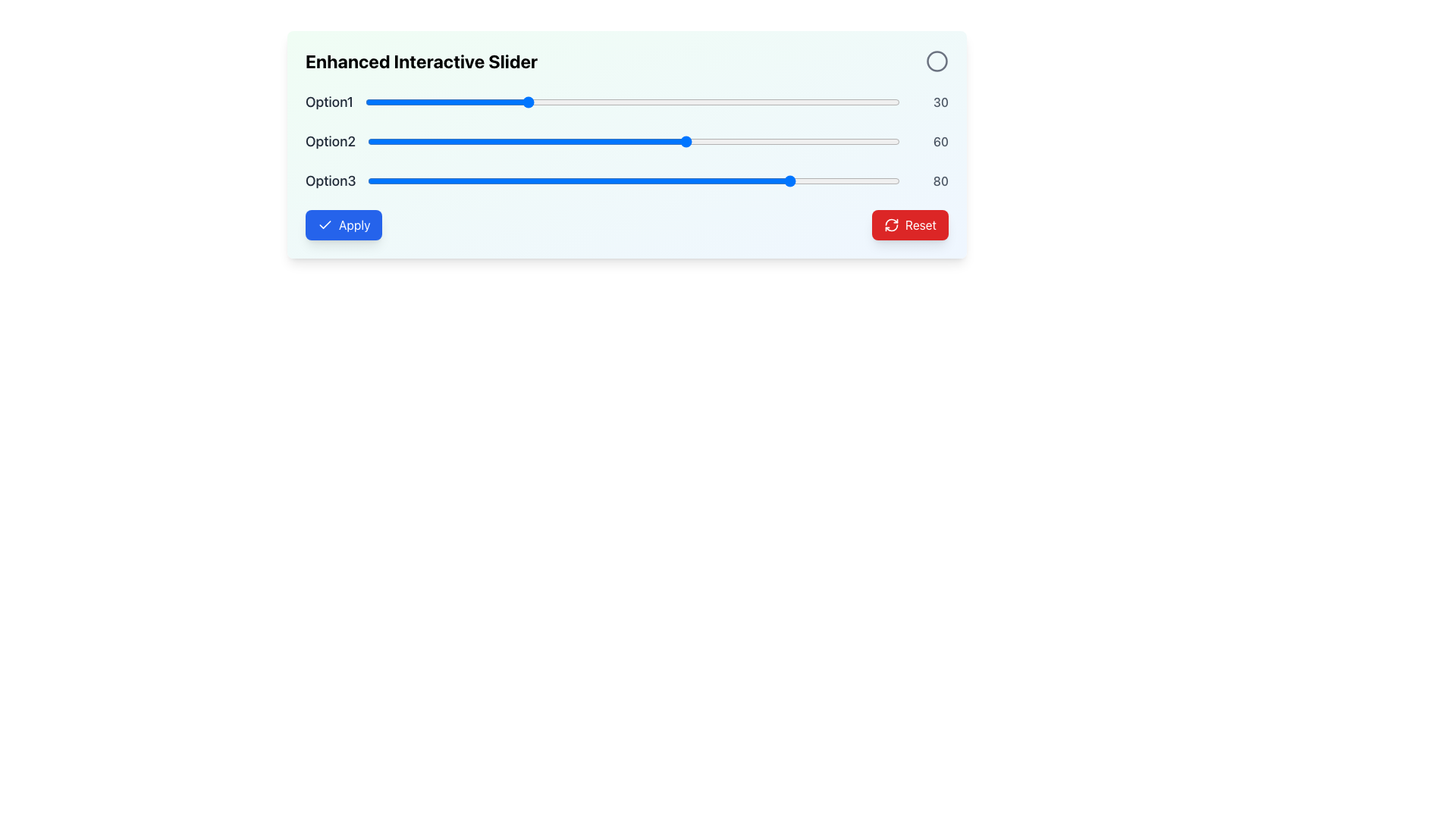  Describe the element at coordinates (633, 141) in the screenshot. I see `slider` at that location.